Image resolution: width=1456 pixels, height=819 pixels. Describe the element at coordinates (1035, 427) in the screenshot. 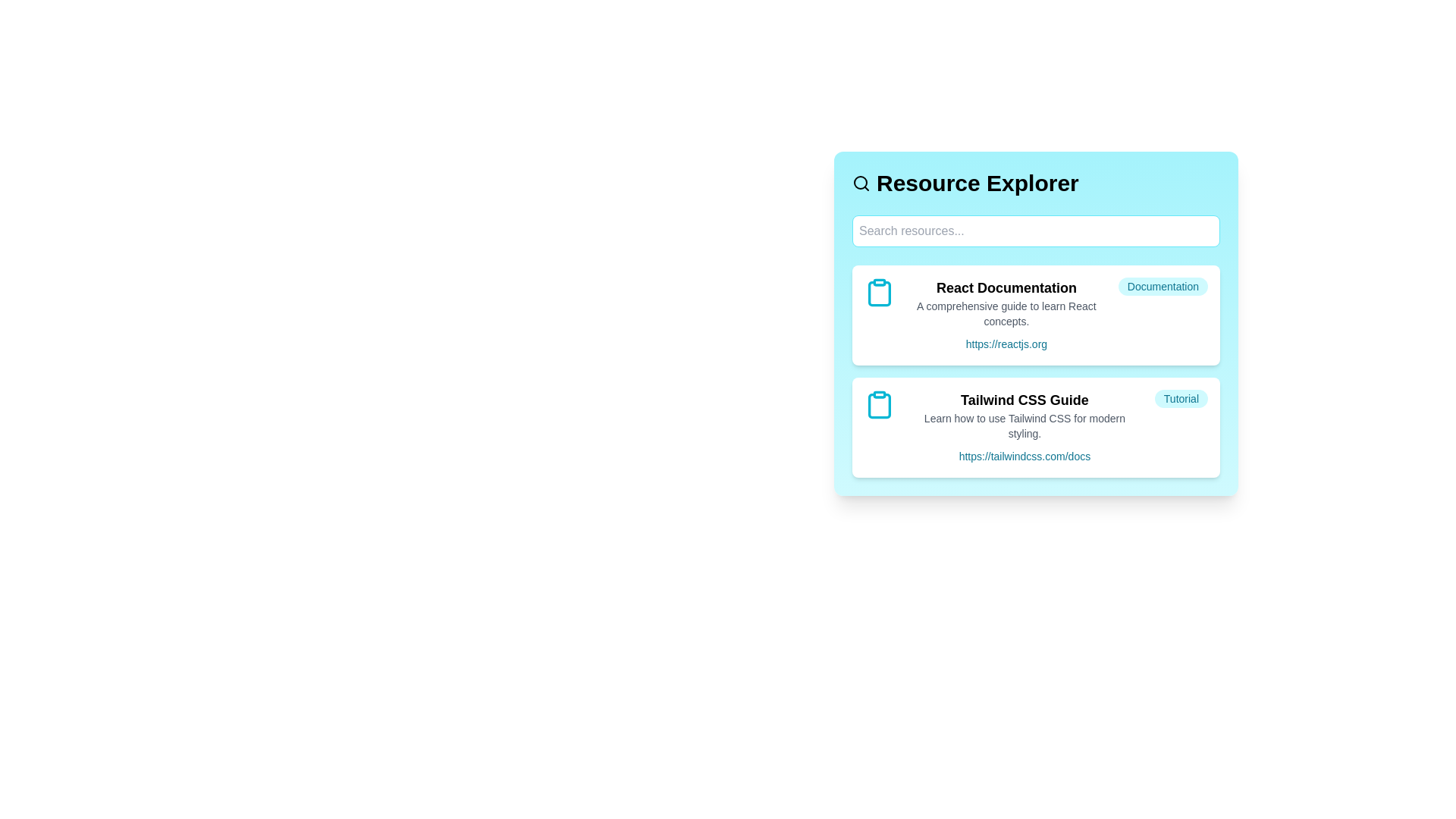

I see `the resource card for Tailwind CSS Guide` at that location.